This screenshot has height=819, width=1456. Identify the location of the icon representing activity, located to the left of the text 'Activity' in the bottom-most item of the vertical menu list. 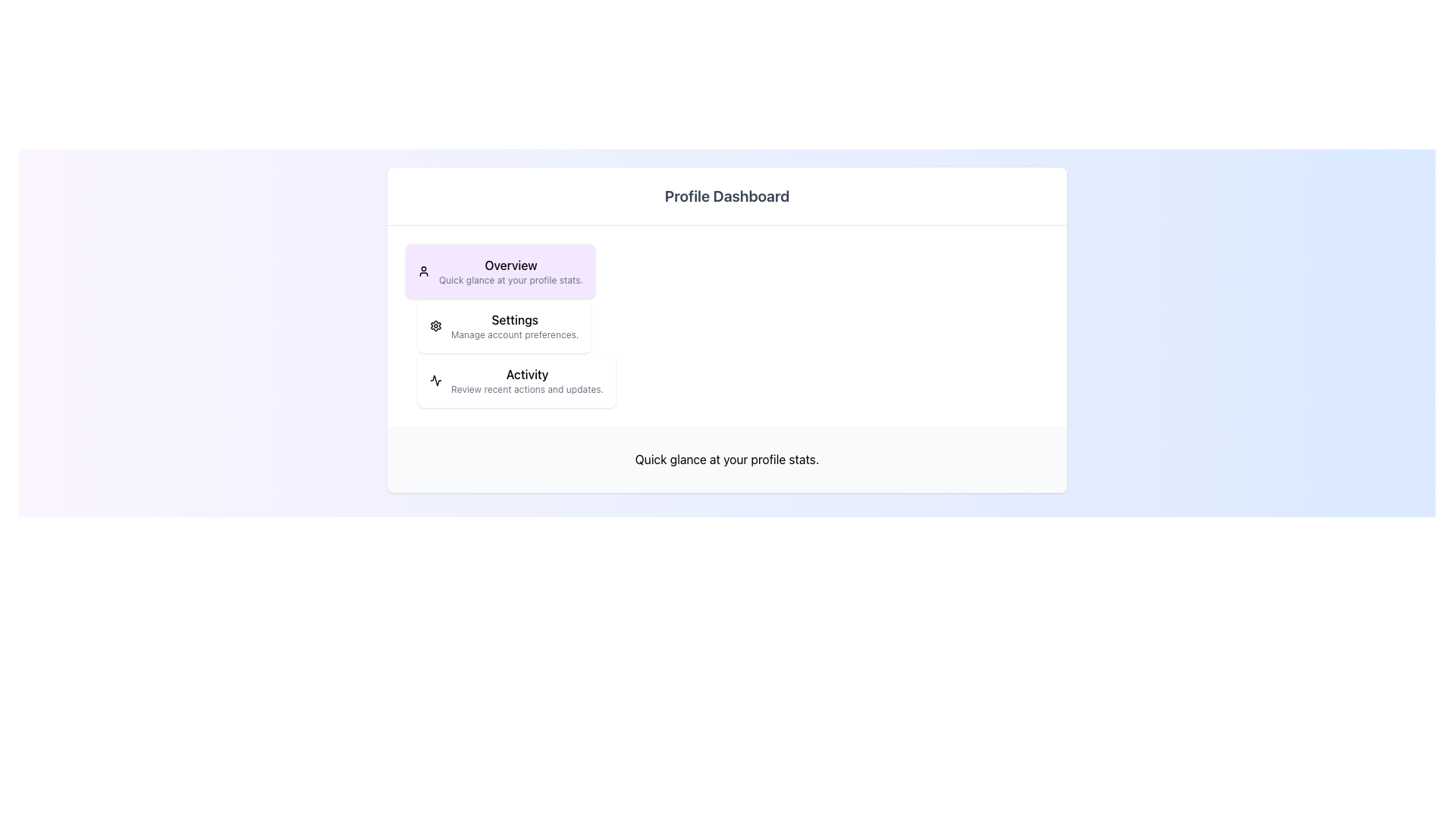
(435, 379).